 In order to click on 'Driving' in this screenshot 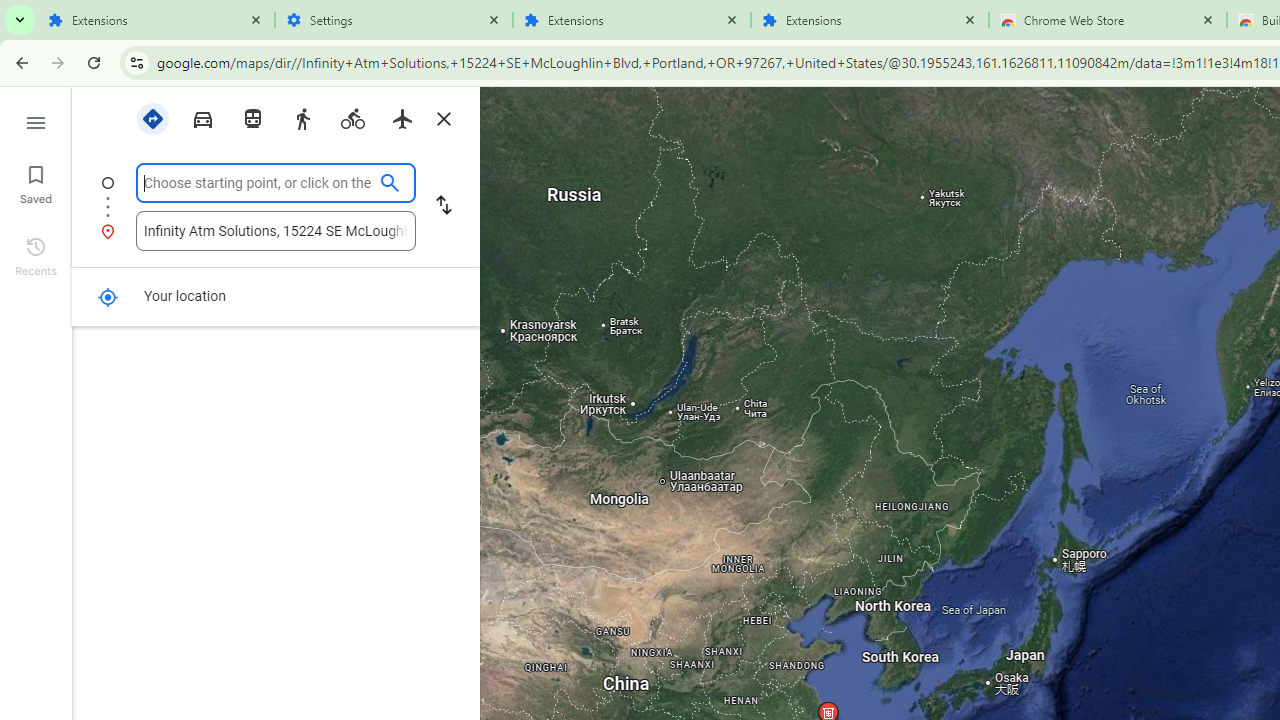, I will do `click(202, 117)`.